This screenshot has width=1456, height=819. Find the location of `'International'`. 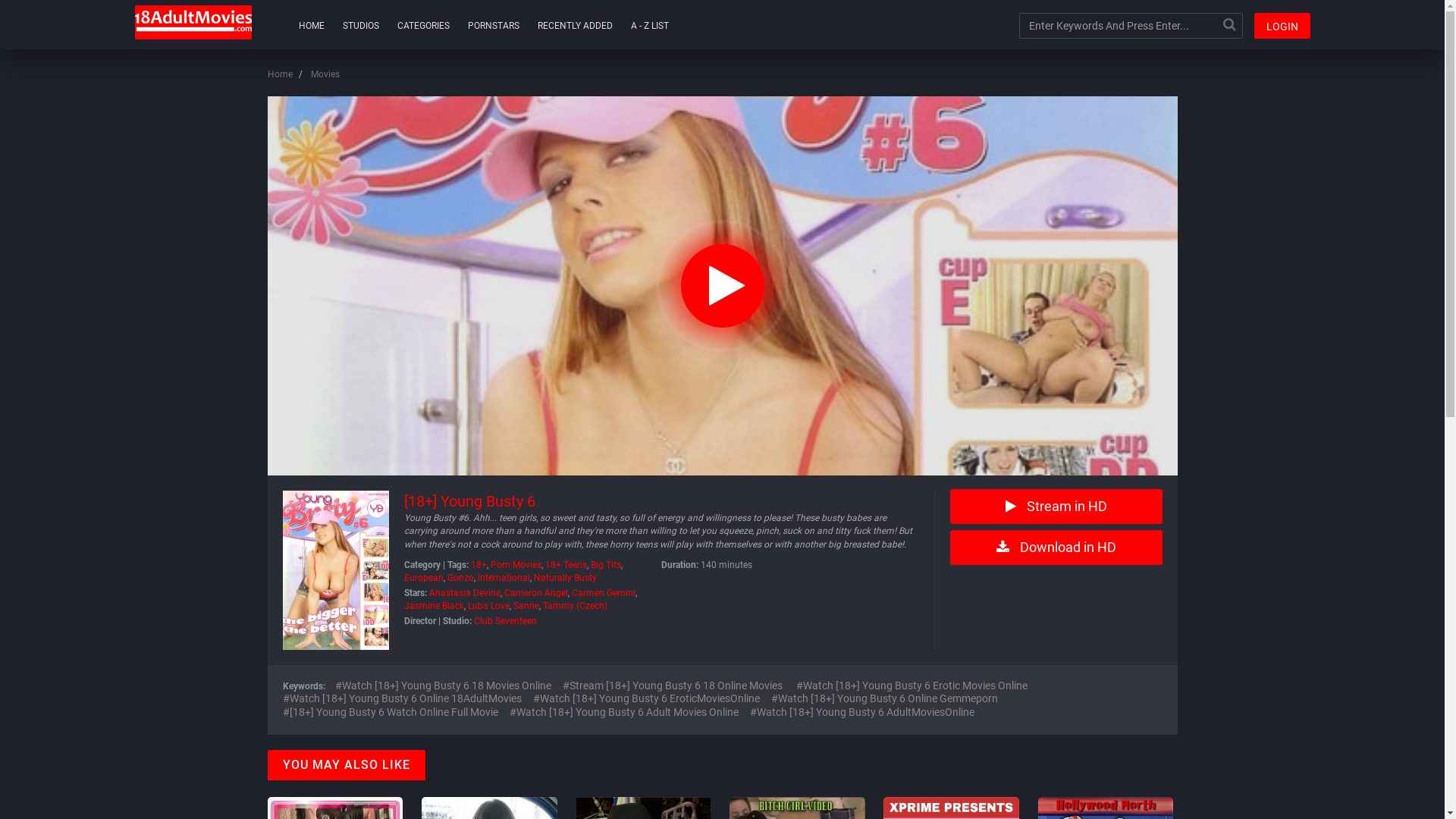

'International' is located at coordinates (504, 578).